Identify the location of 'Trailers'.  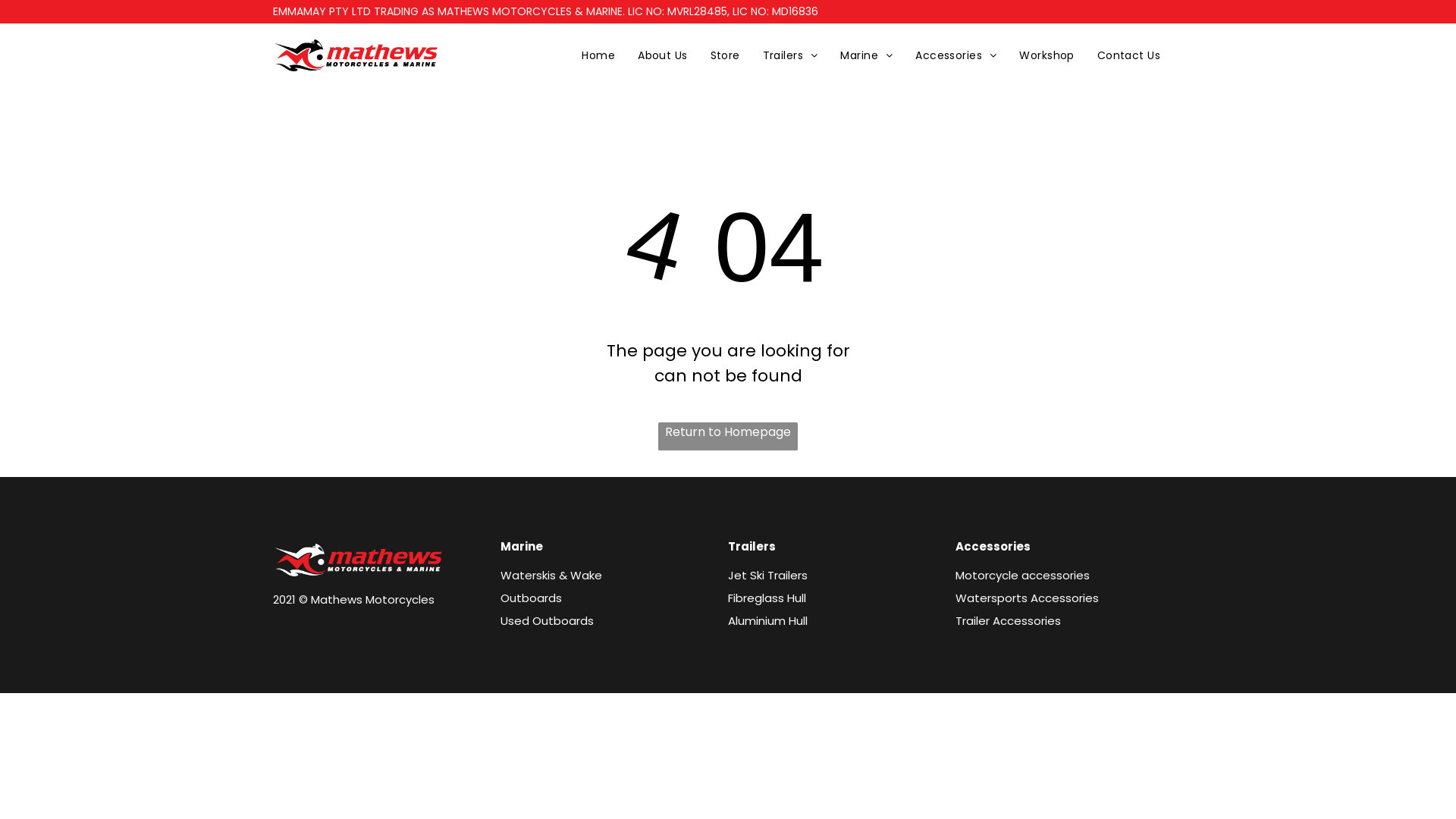
(789, 55).